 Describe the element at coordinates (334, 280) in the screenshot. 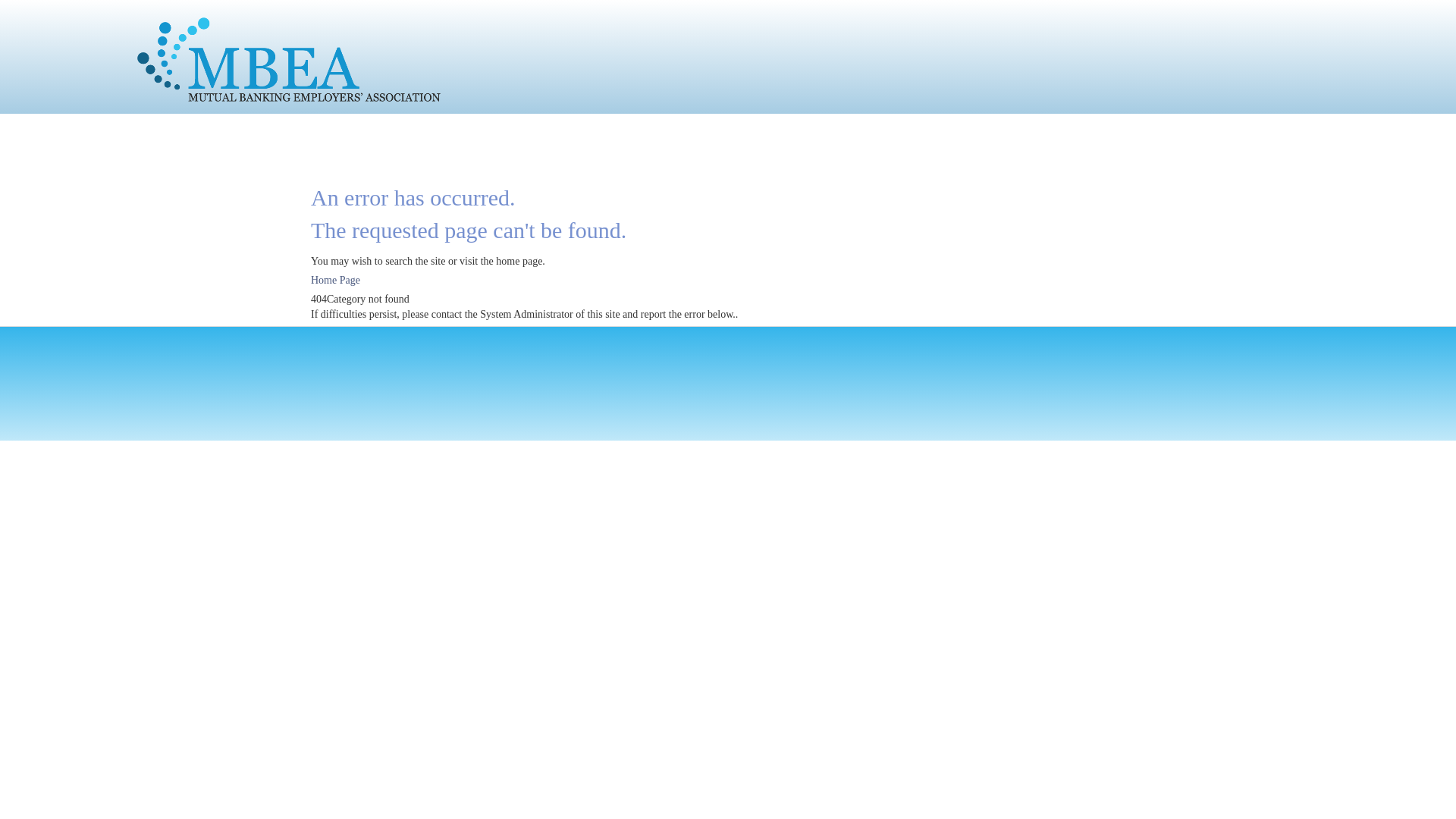

I see `'Home Page'` at that location.